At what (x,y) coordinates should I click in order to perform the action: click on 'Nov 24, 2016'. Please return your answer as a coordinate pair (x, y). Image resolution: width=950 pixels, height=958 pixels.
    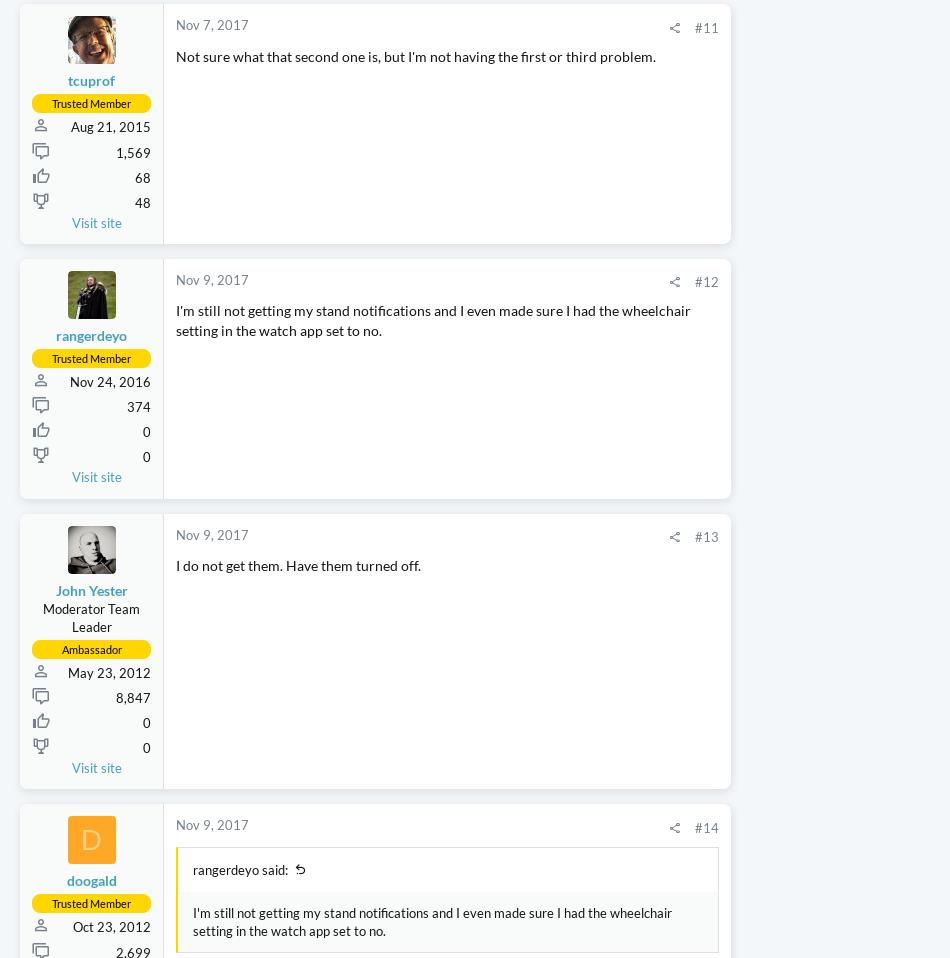
    Looking at the image, I should click on (110, 496).